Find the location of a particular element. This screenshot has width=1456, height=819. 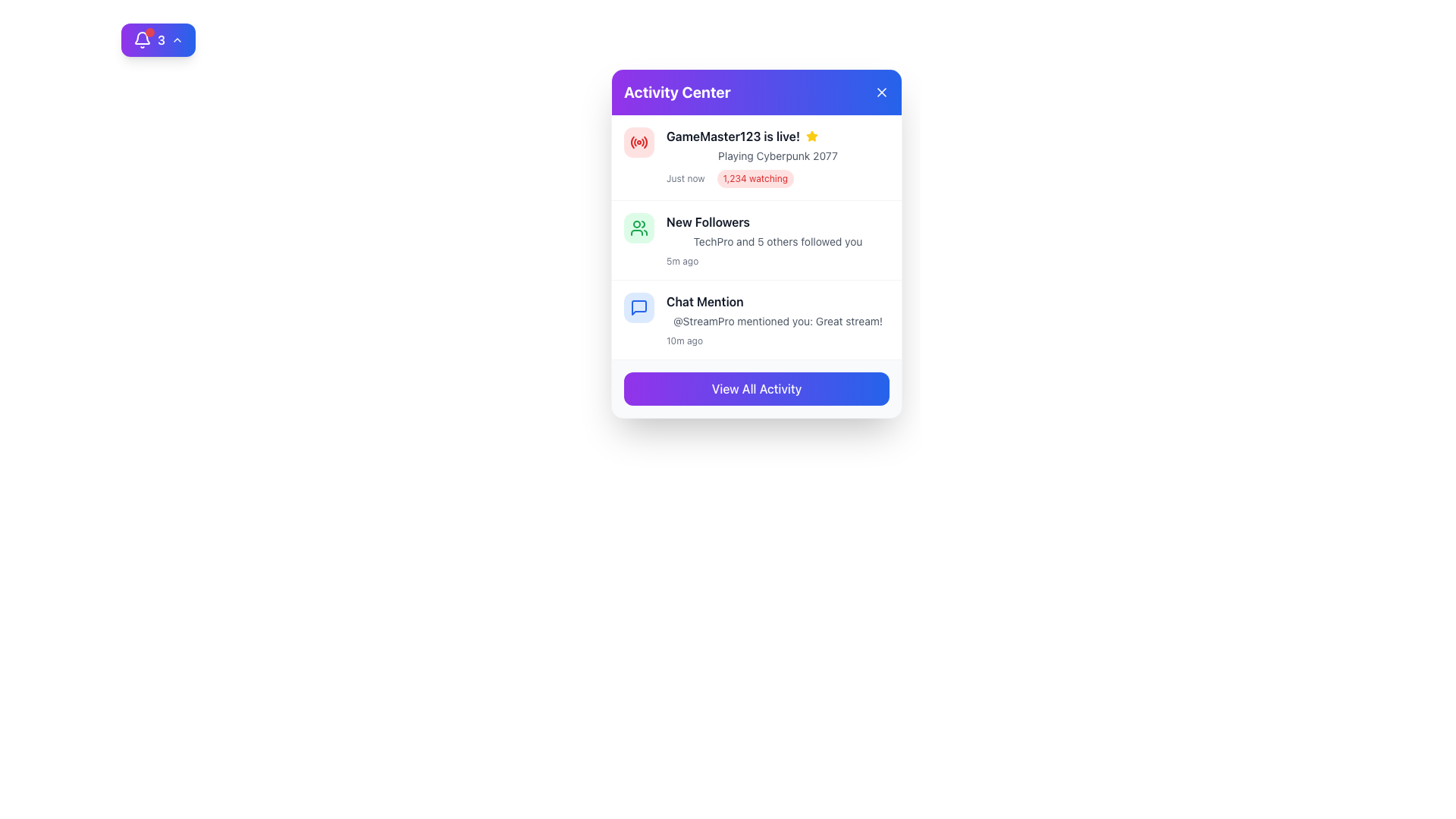

text content of the bold text label displaying 'GameMaster123 is live!' found in the notification card at the top of the 'Activity Center' popup is located at coordinates (733, 136).